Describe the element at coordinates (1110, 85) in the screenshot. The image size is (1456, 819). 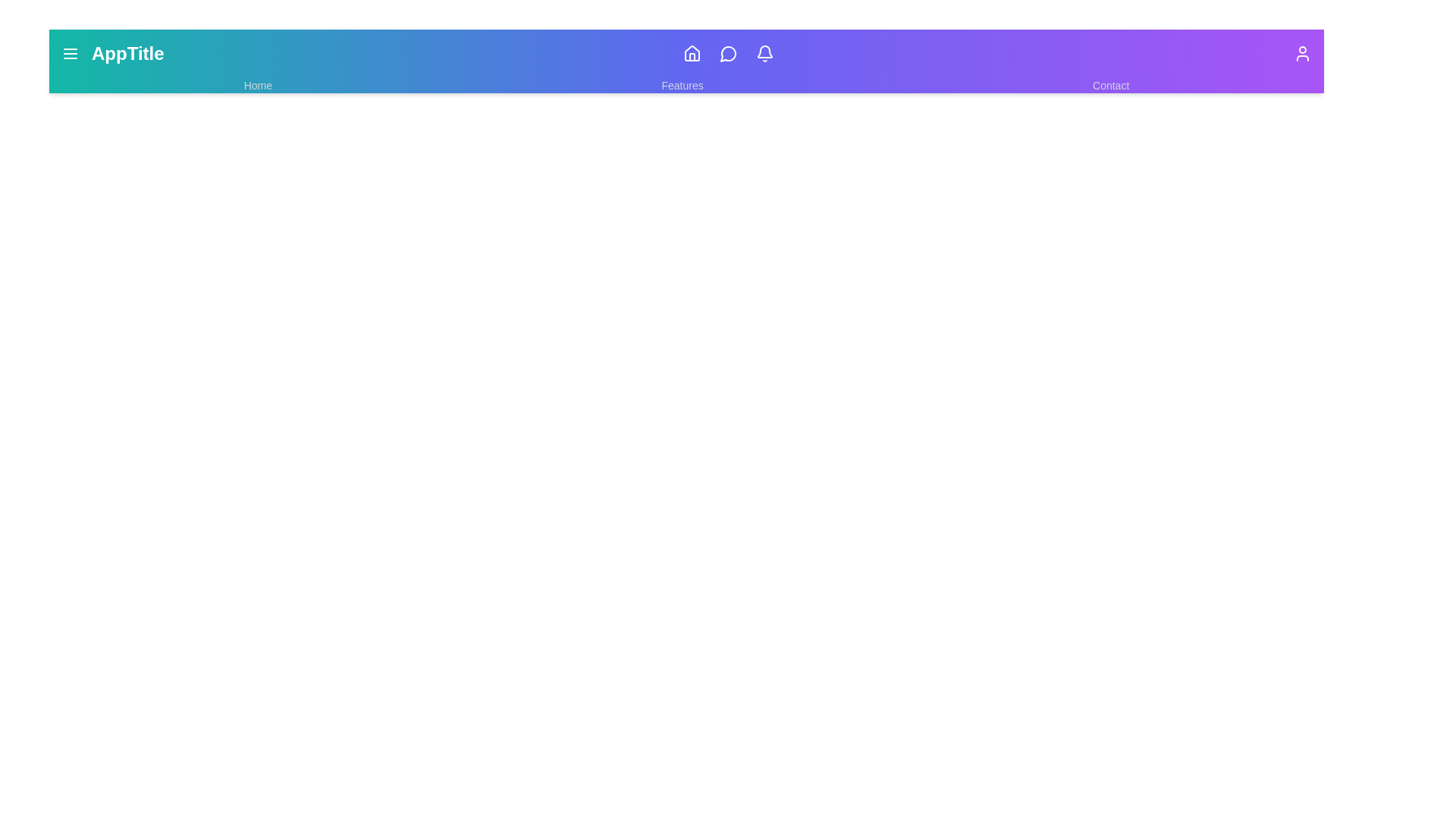
I see `the 'Contact' link in the navbar` at that location.